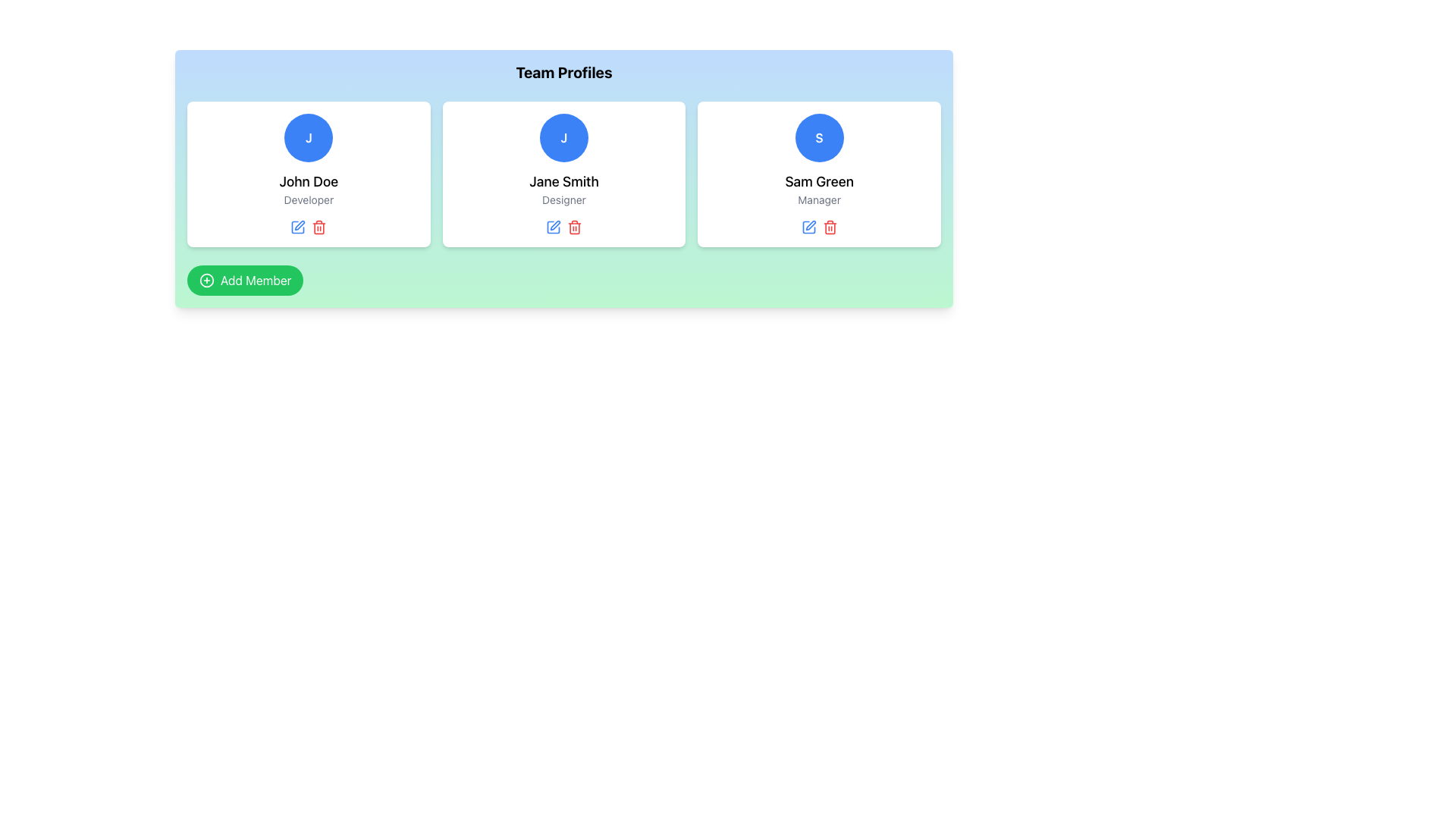 The height and width of the screenshot is (819, 1456). I want to click on the text label displaying 'Developer' that is styled in gray and located beneath the name 'John Doe' in the first profile card of the 'Team Profiles' section, so click(308, 199).